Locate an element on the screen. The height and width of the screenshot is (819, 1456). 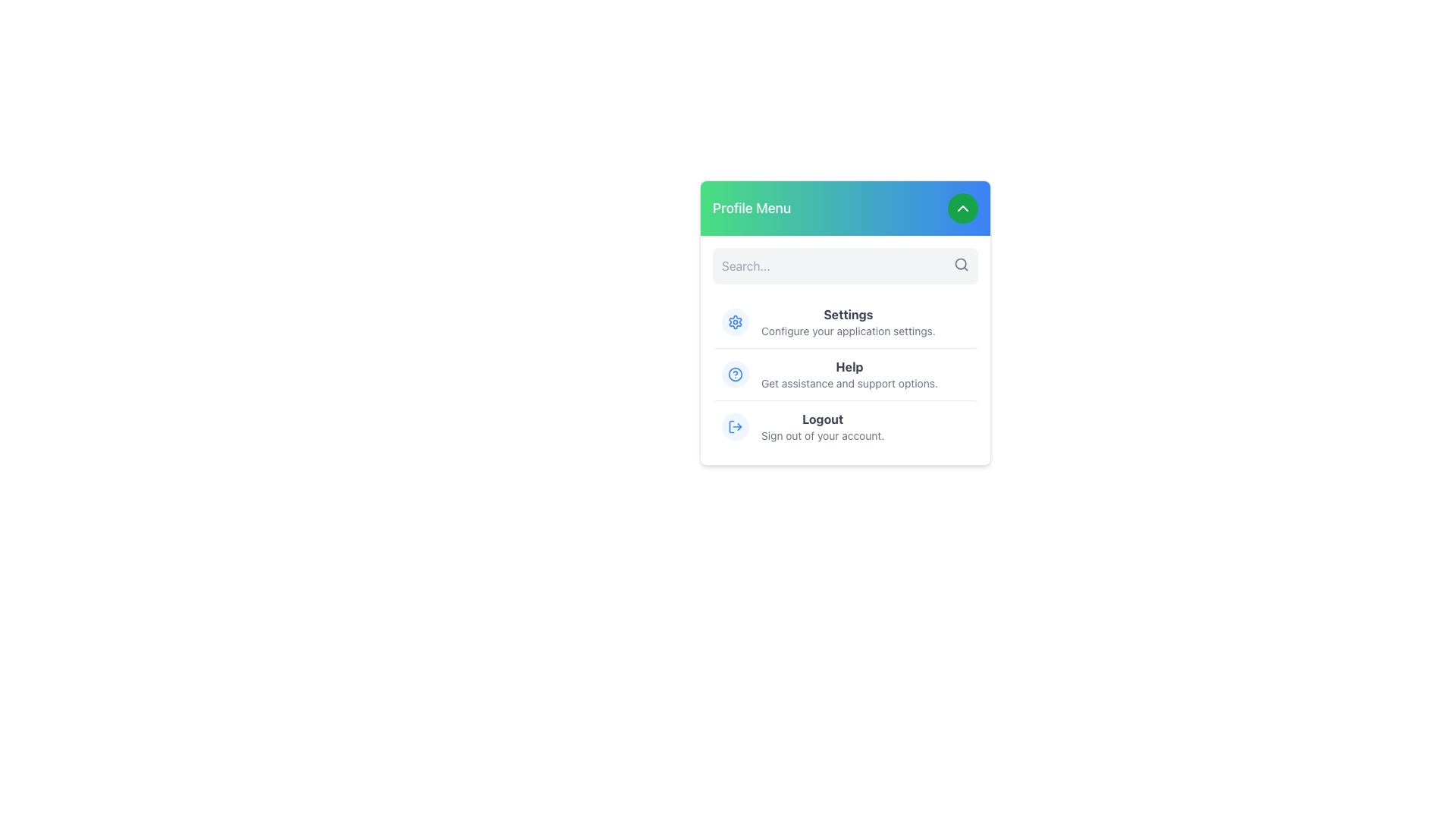
the circular icon with a light blue background and a gear-shaped symbol in blue, located to the left of the 'Settings' label in the profile menu is located at coordinates (735, 321).